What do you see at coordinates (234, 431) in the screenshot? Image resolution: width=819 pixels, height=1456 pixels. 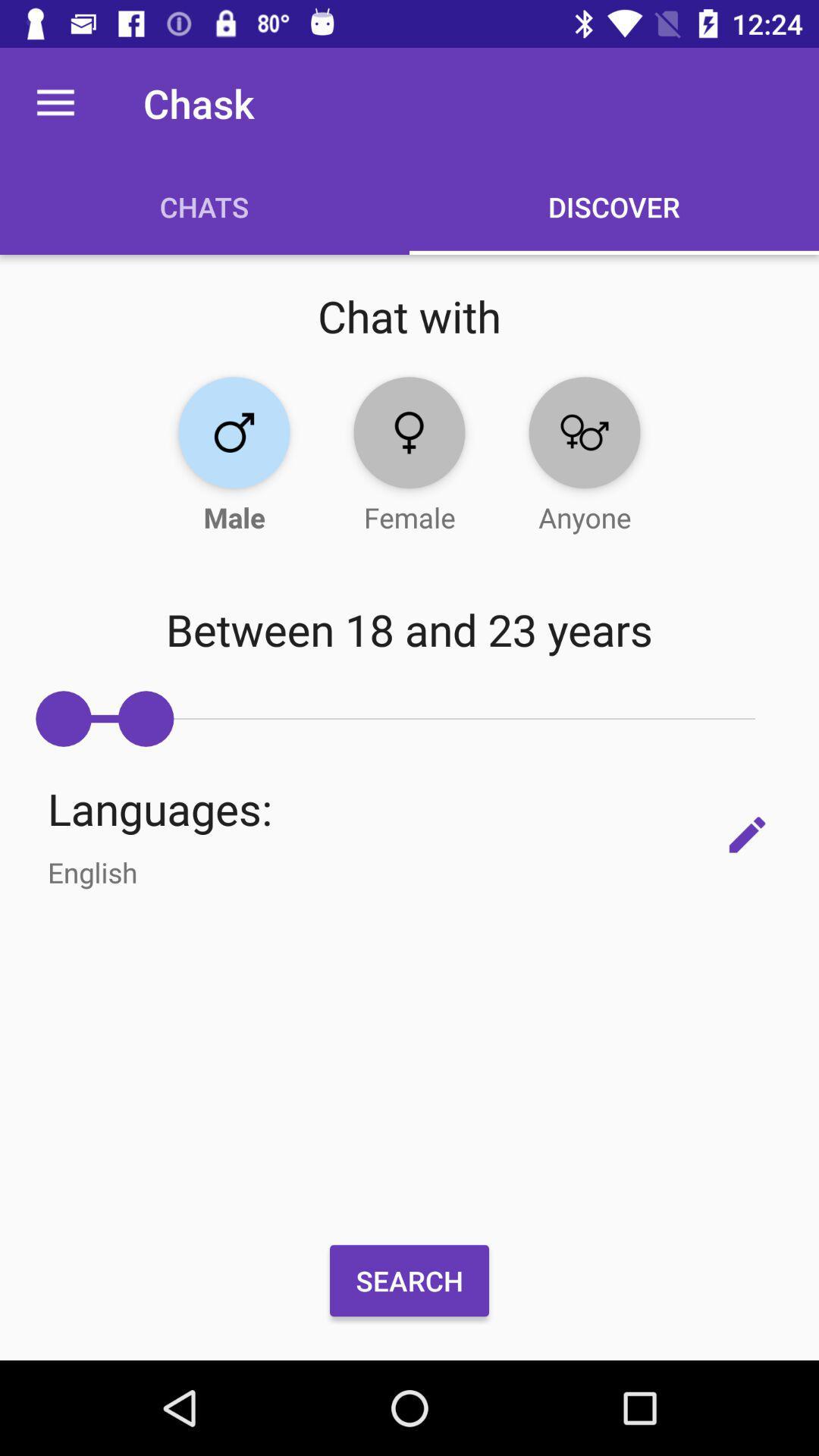 I see `button` at bounding box center [234, 431].